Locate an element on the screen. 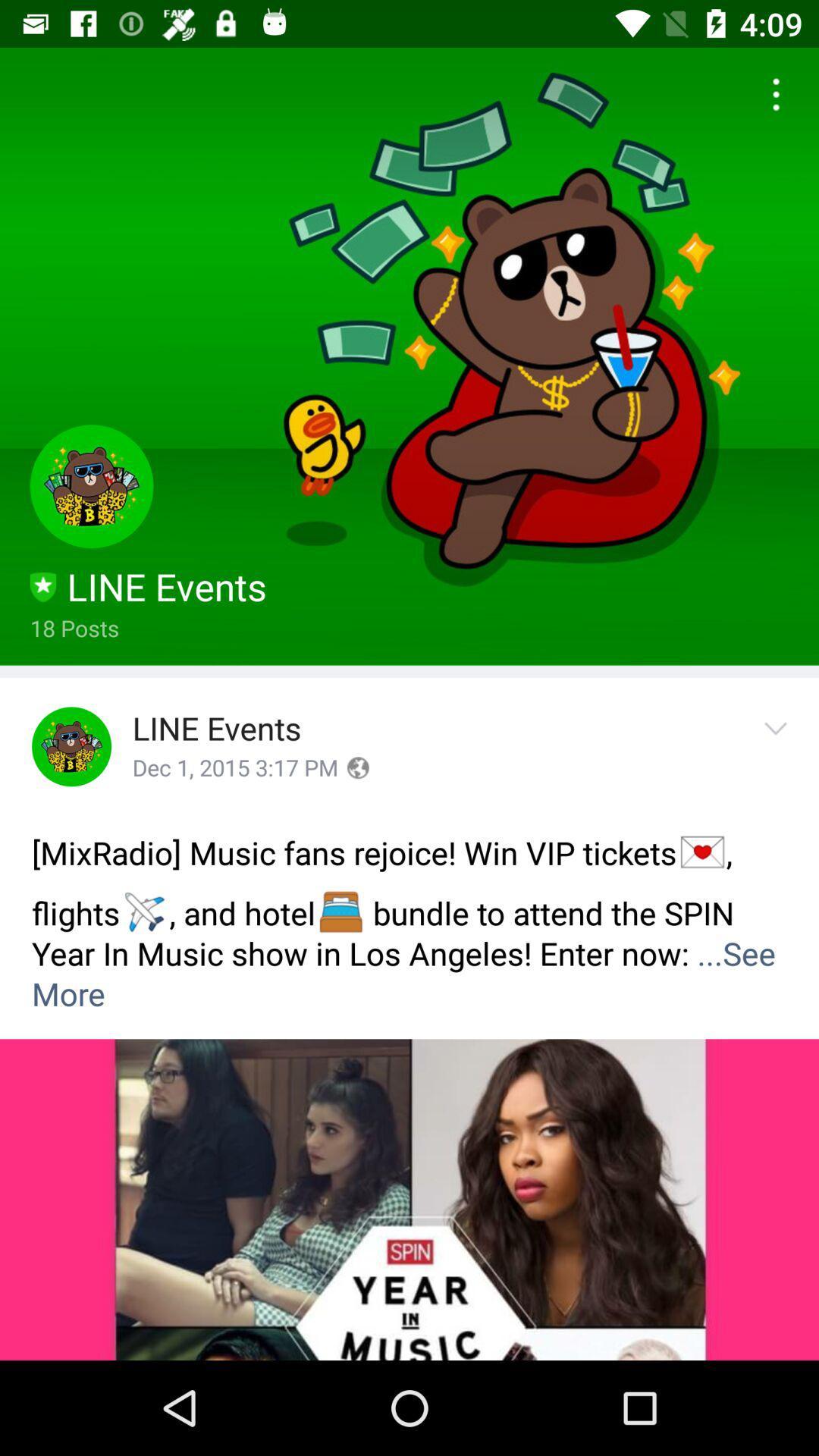 Image resolution: width=819 pixels, height=1456 pixels. the first profile image is located at coordinates (92, 486).